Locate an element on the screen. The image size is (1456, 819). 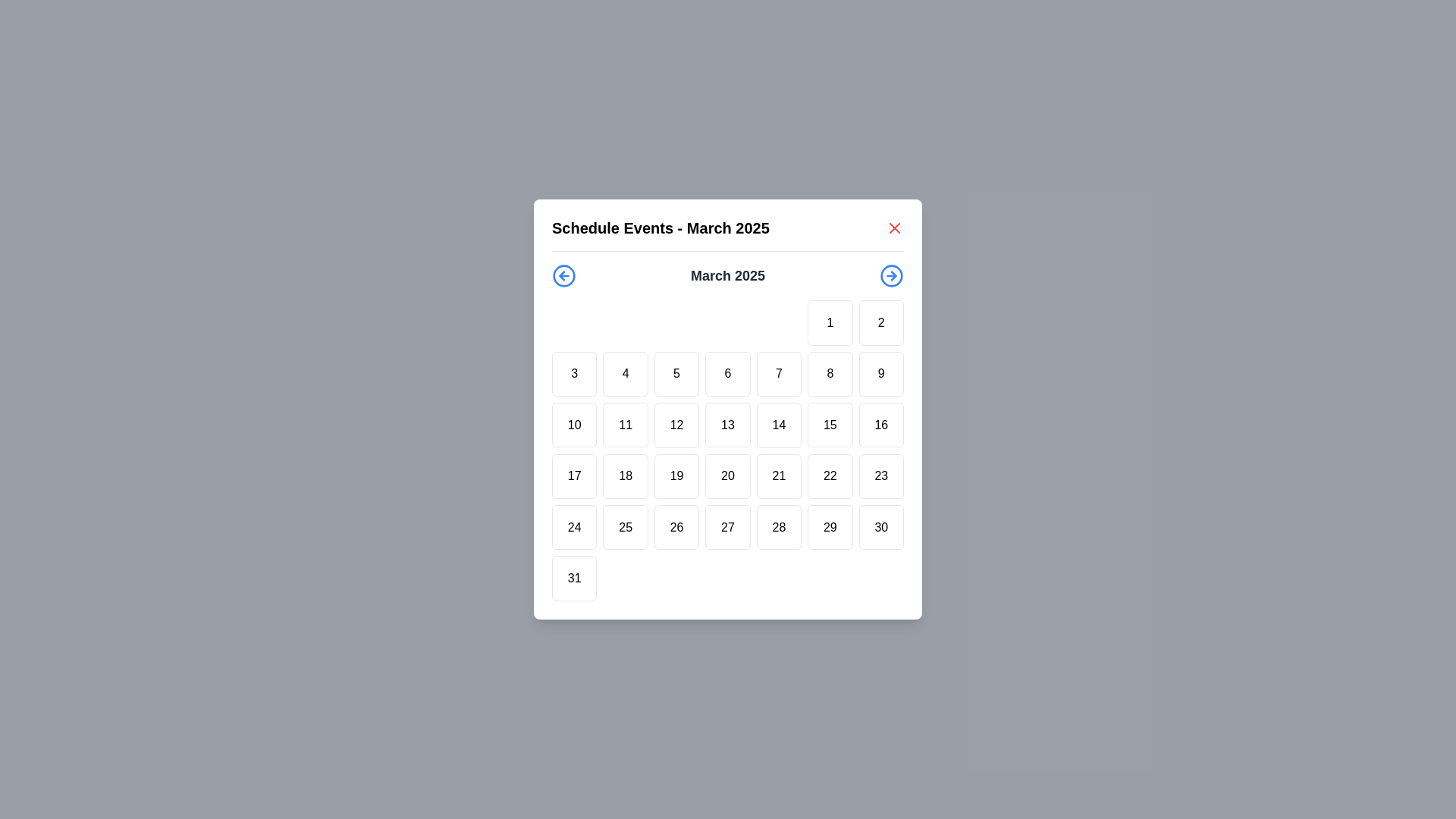
the square-shaped button containing the number '3' is located at coordinates (573, 374).